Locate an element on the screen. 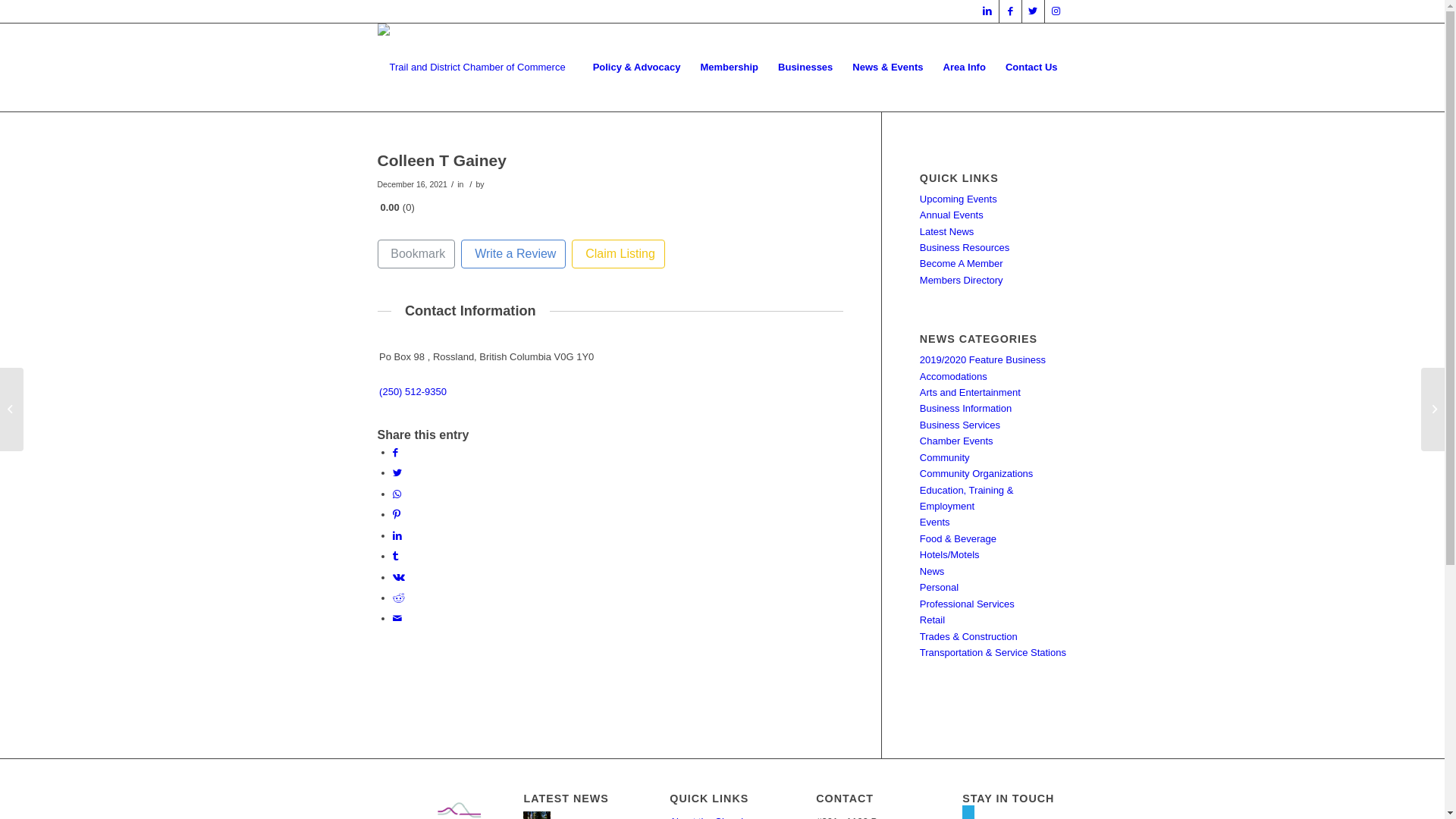 This screenshot has width=1456, height=819. 'Bookmark' is located at coordinates (378, 253).